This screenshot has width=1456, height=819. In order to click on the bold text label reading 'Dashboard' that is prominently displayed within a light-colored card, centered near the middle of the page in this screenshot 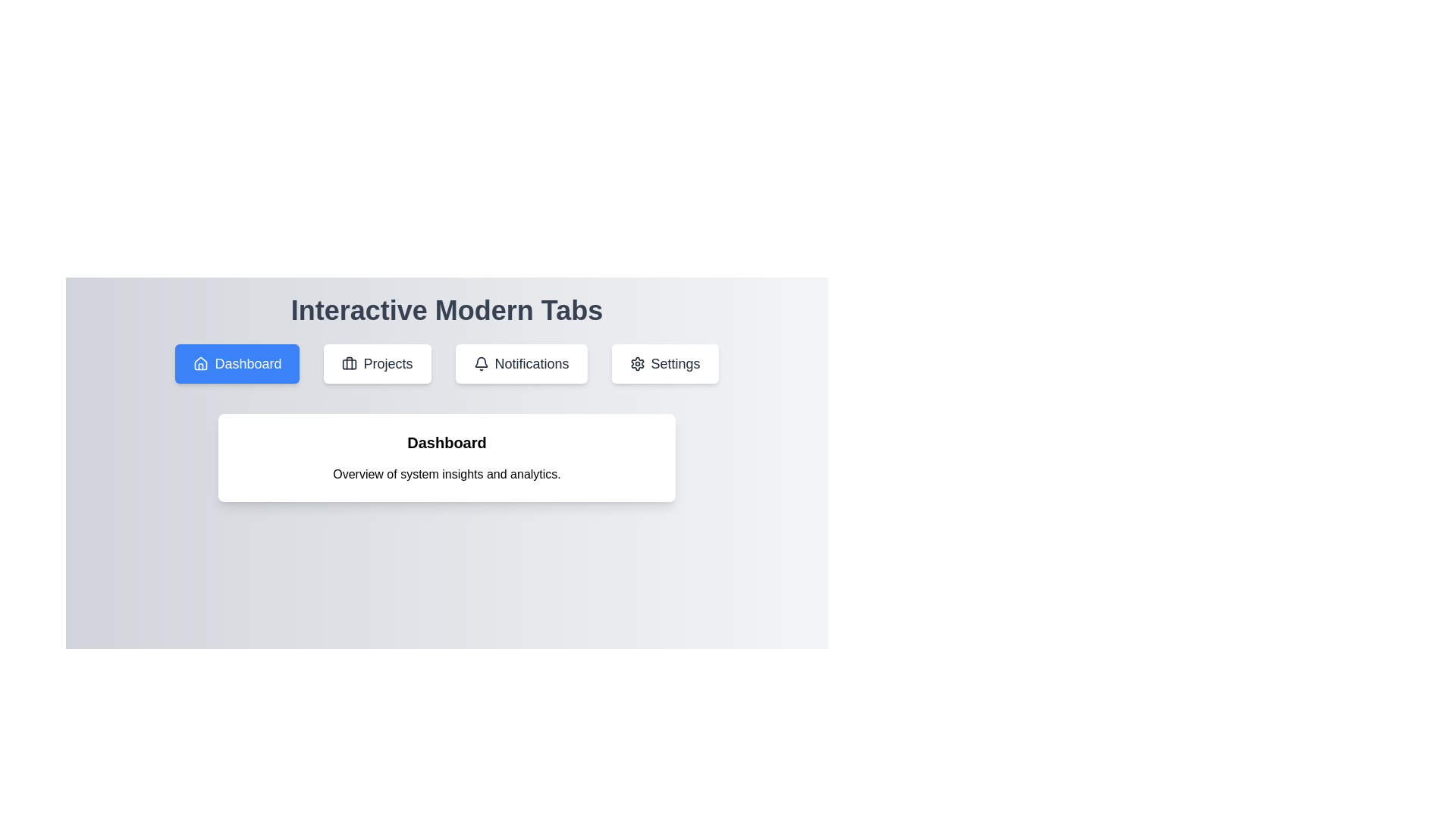, I will do `click(446, 442)`.